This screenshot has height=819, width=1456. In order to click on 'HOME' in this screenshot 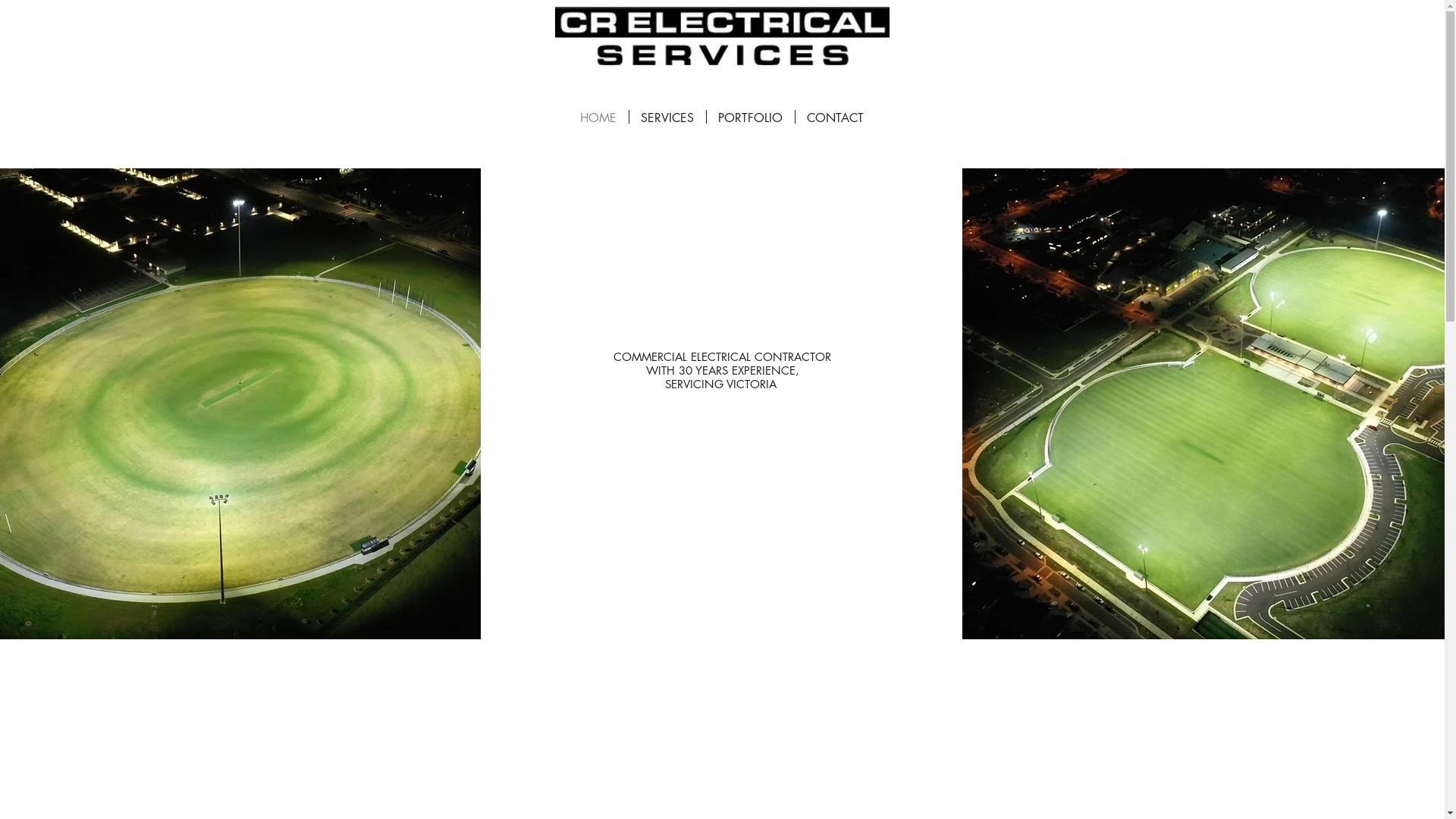, I will do `click(598, 116)`.